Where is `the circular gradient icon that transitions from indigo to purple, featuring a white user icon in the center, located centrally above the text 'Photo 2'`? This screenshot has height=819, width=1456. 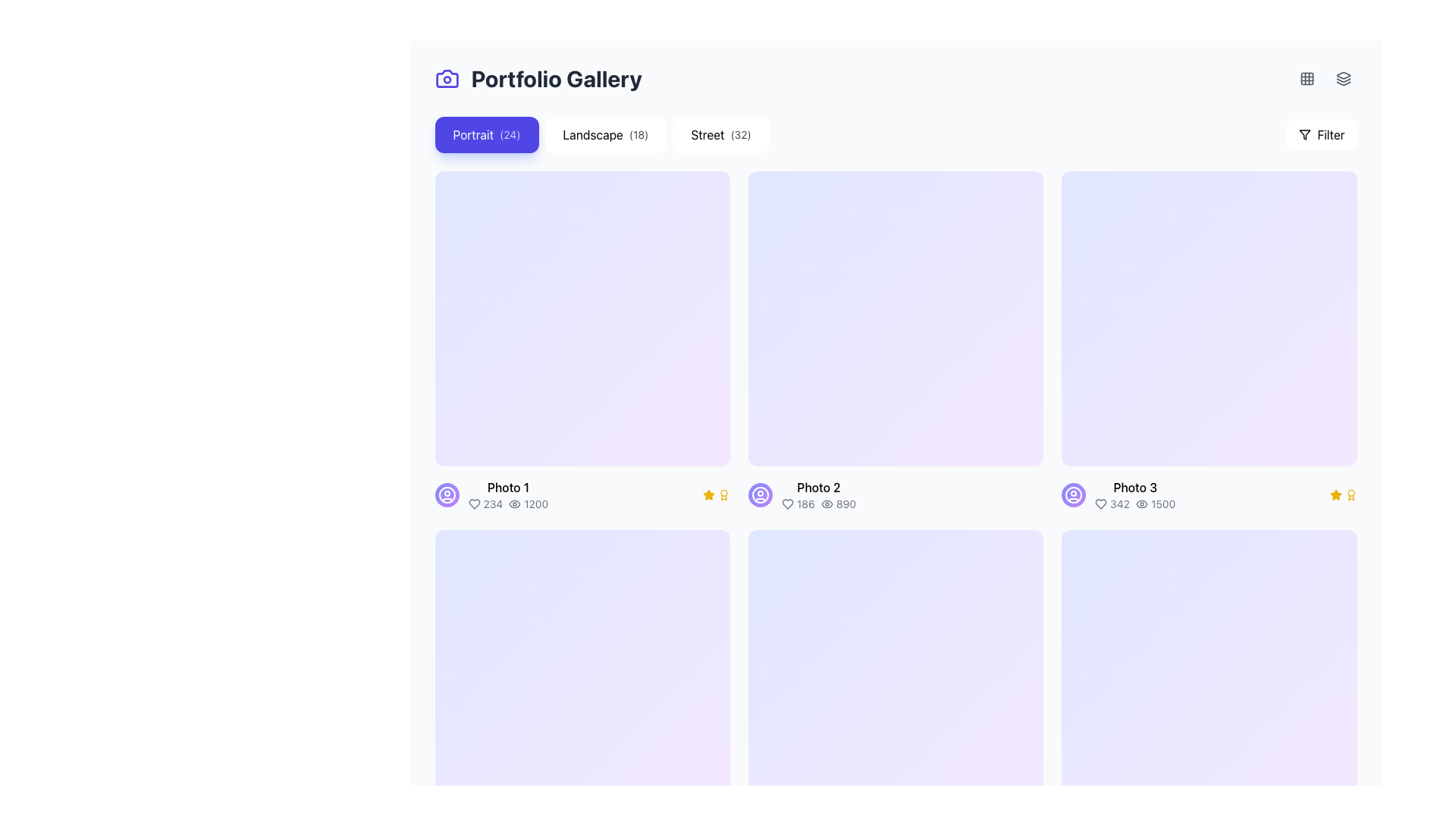 the circular gradient icon that transitions from indigo to purple, featuring a white user icon in the center, located centrally above the text 'Photo 2' is located at coordinates (760, 495).